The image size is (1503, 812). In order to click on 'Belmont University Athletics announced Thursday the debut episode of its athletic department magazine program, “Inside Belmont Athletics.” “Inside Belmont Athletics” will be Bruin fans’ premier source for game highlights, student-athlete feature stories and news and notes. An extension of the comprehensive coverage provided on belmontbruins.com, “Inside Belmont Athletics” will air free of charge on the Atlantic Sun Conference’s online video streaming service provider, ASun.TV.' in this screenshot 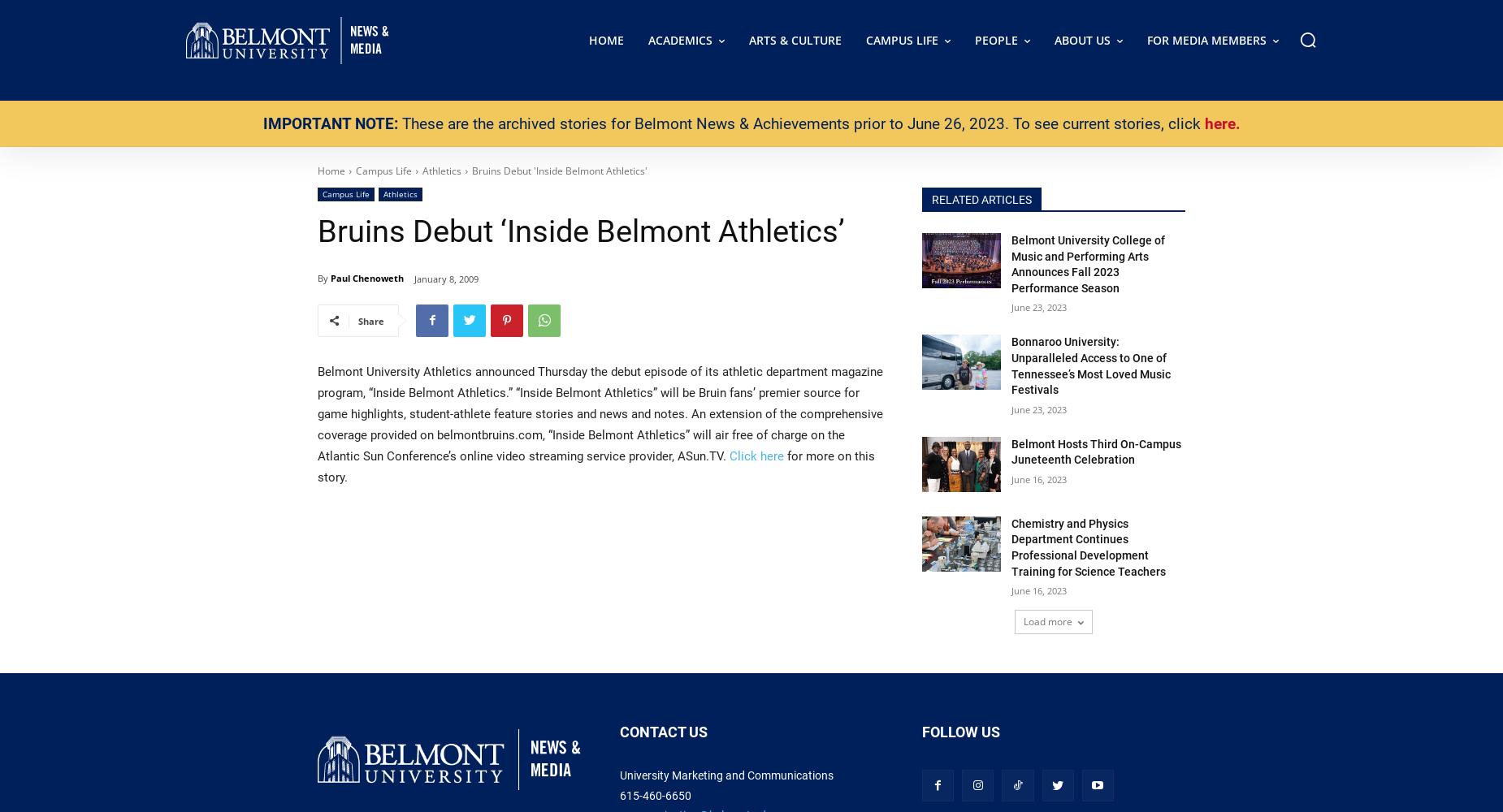, I will do `click(600, 413)`.